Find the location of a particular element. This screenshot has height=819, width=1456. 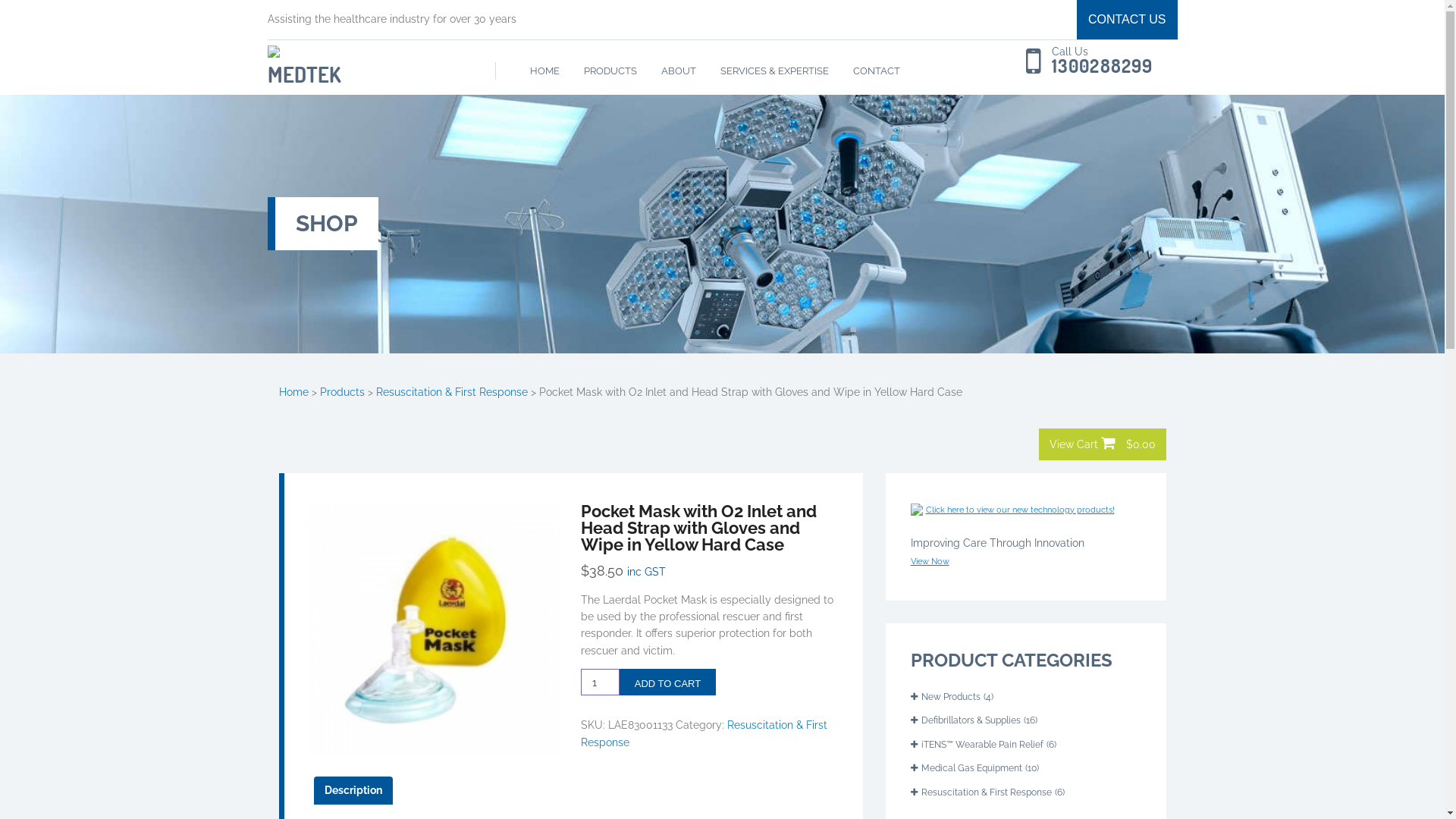

'Defibrillators & Supplies' is located at coordinates (964, 719).